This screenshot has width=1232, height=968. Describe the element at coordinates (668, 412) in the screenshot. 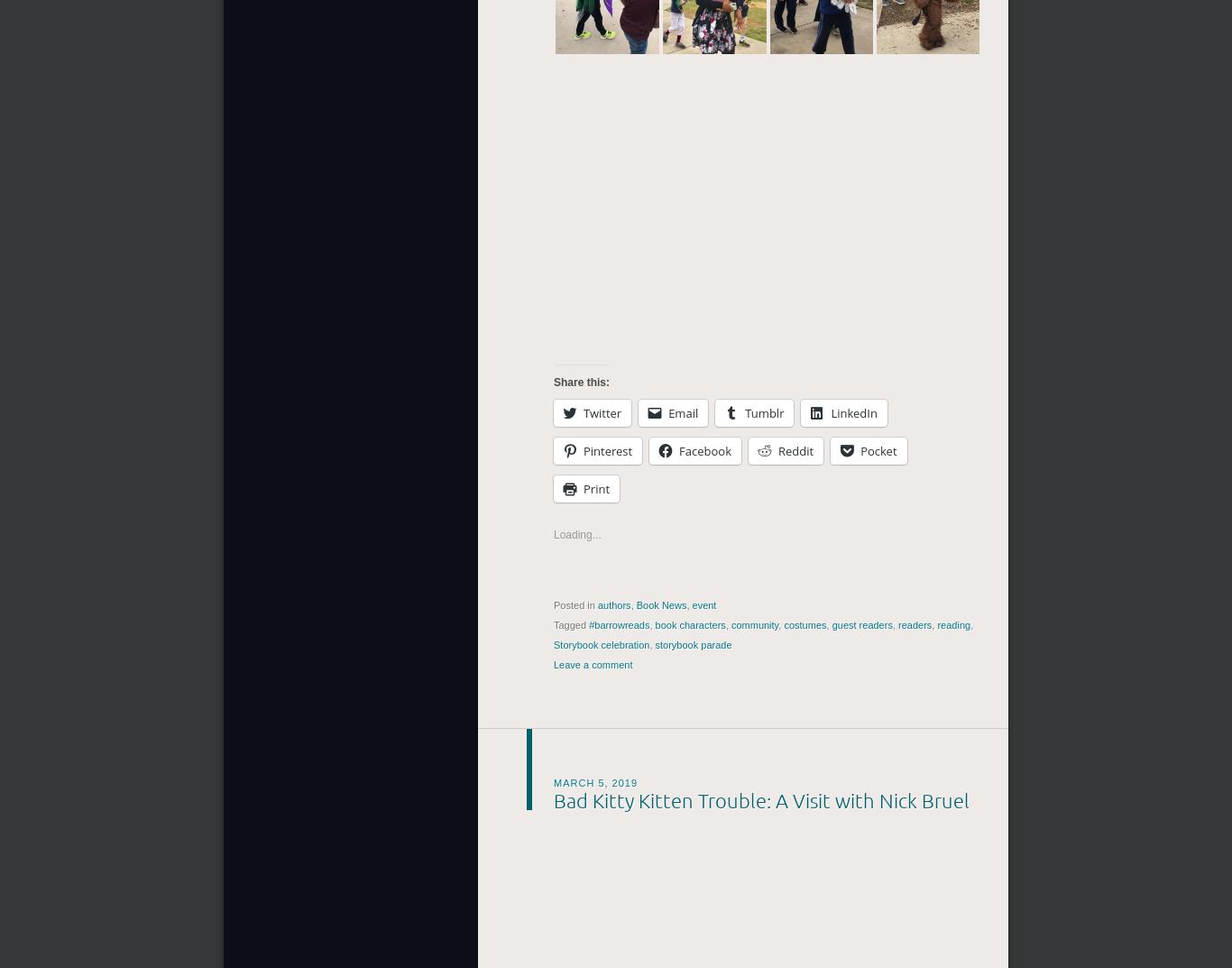

I see `'Email'` at that location.